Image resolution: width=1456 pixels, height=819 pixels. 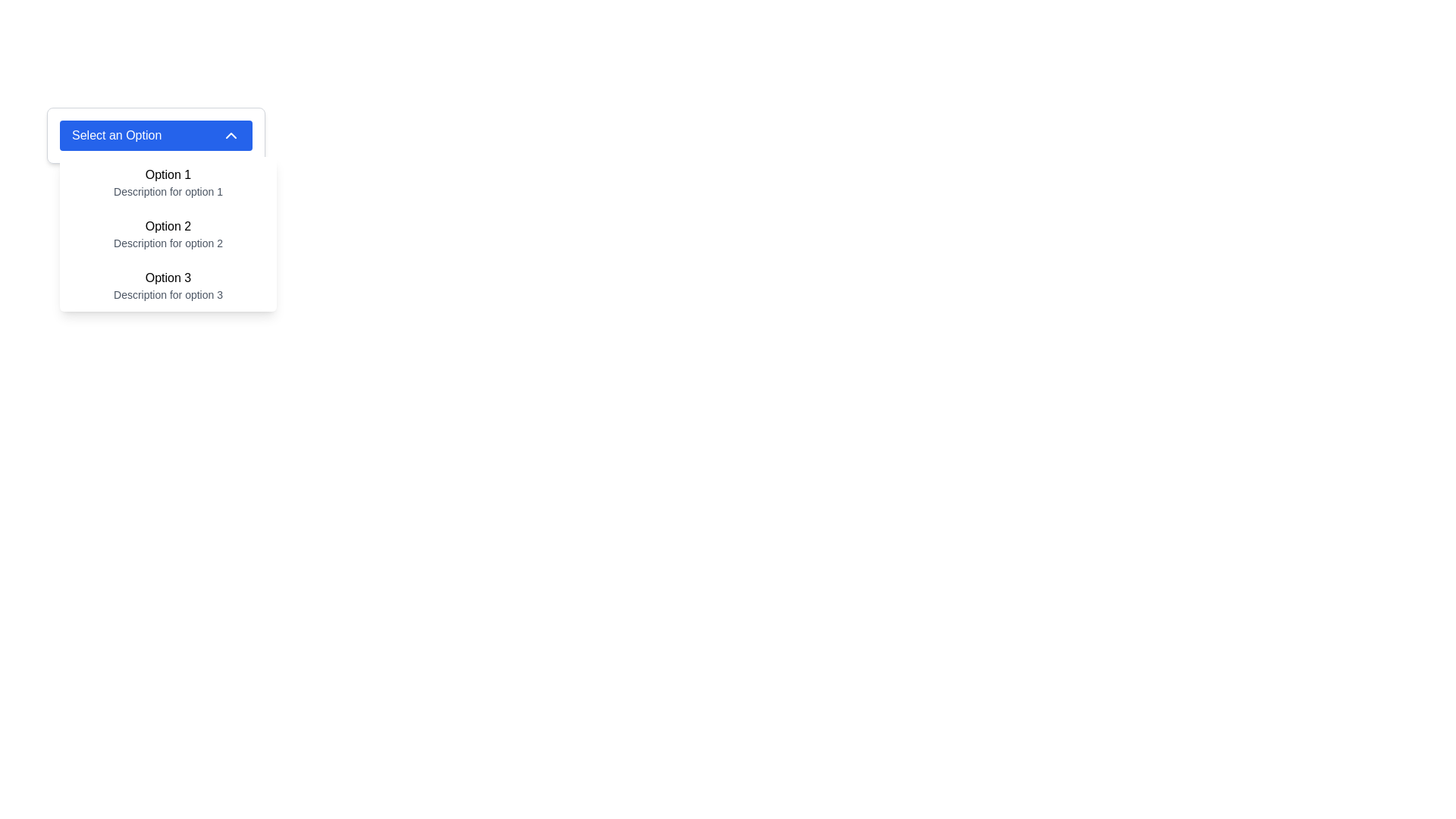 What do you see at coordinates (168, 242) in the screenshot?
I see `the text label displaying 'Description for option 2', which is positioned directly below 'Option 2' in the dropdown list` at bounding box center [168, 242].